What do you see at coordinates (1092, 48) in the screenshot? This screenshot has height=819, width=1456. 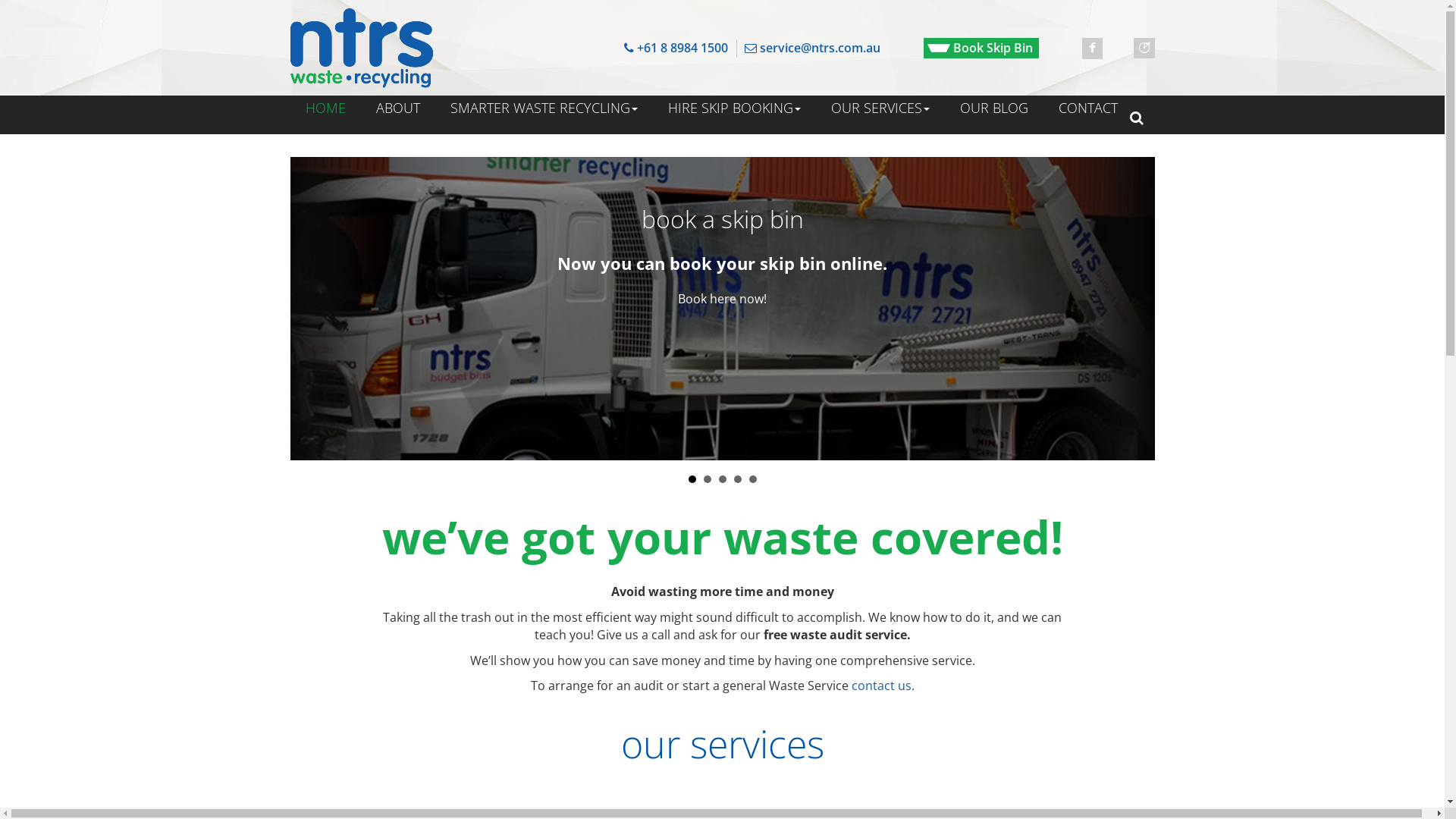 I see `'Facebook'` at bounding box center [1092, 48].